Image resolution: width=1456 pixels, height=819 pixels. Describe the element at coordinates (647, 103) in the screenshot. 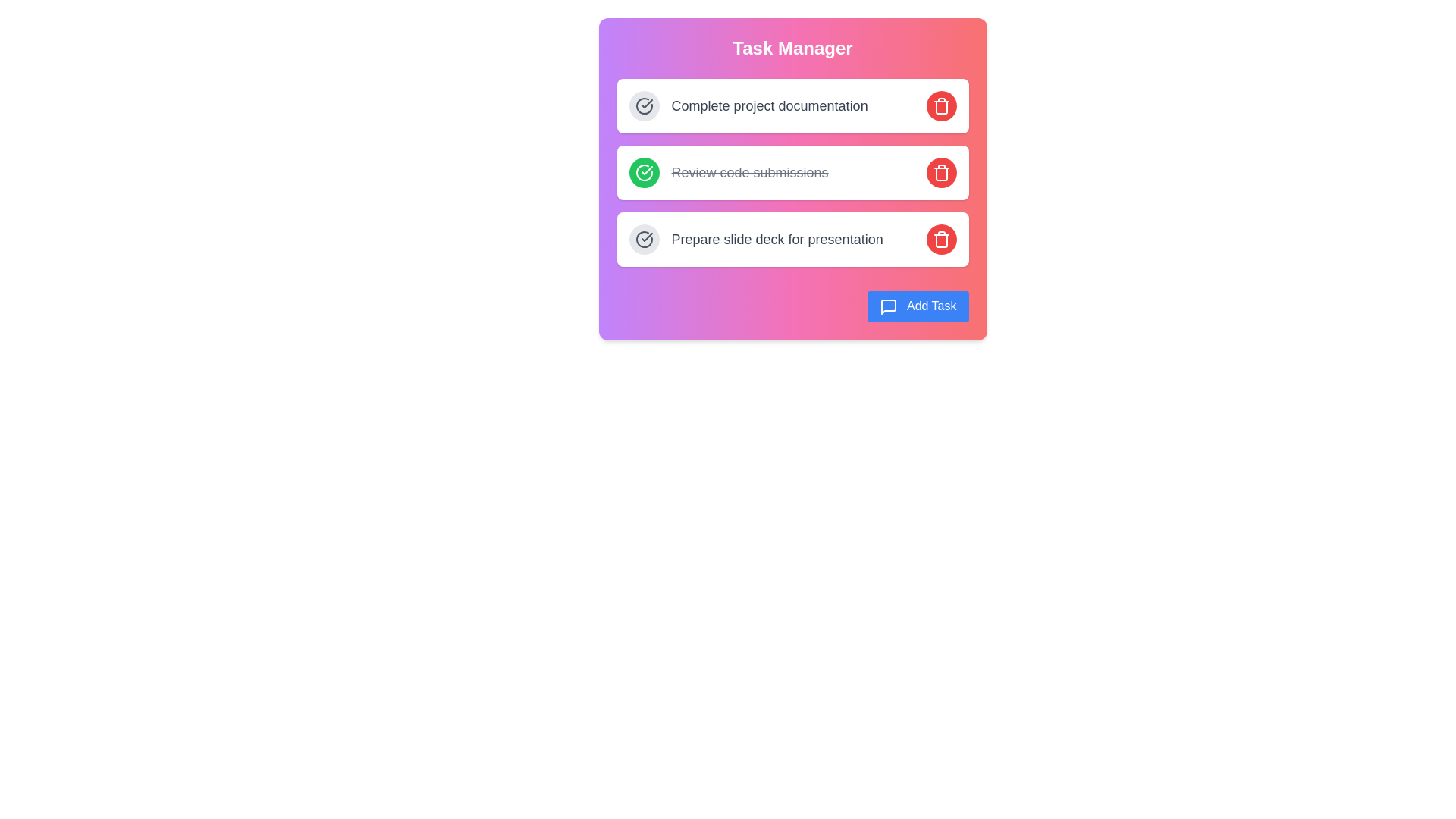

I see `the curved checkmark icon located in the second task entry of the task manager list` at that location.